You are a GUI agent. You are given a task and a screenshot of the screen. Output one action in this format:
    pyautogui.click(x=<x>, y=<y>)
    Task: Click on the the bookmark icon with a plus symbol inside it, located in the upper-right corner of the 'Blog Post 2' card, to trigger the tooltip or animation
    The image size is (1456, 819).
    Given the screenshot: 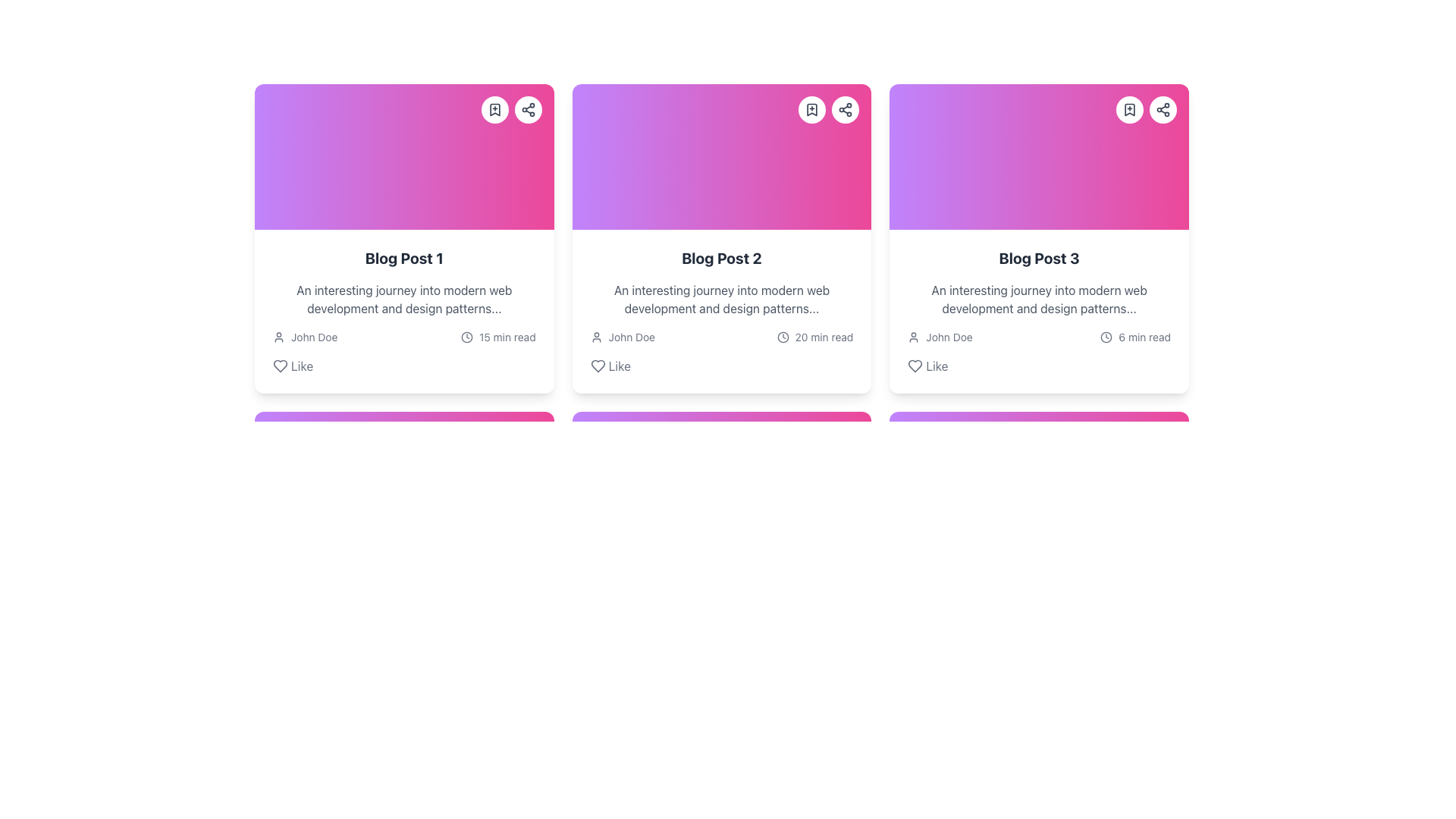 What is the action you would take?
    pyautogui.click(x=811, y=109)
    